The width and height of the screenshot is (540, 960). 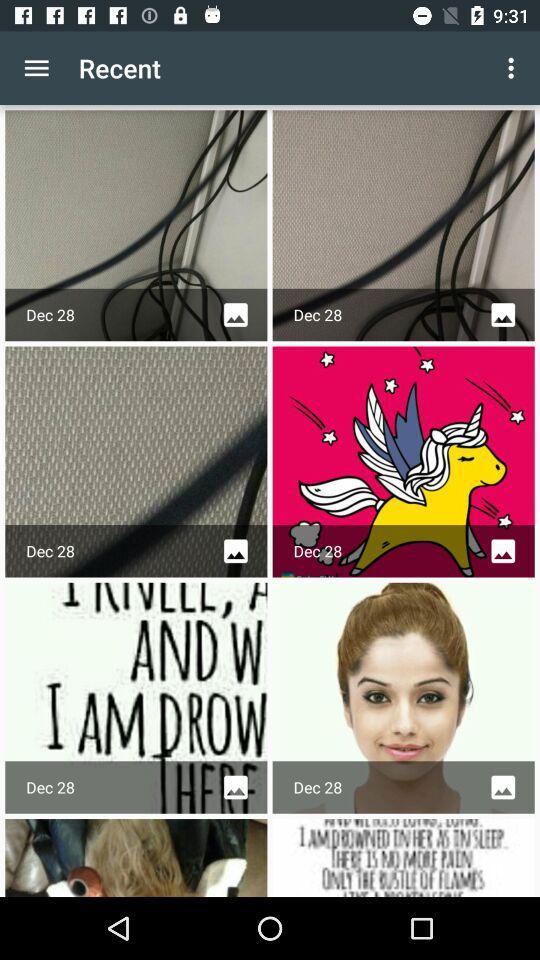 I want to click on app next to recent item, so click(x=36, y=68).